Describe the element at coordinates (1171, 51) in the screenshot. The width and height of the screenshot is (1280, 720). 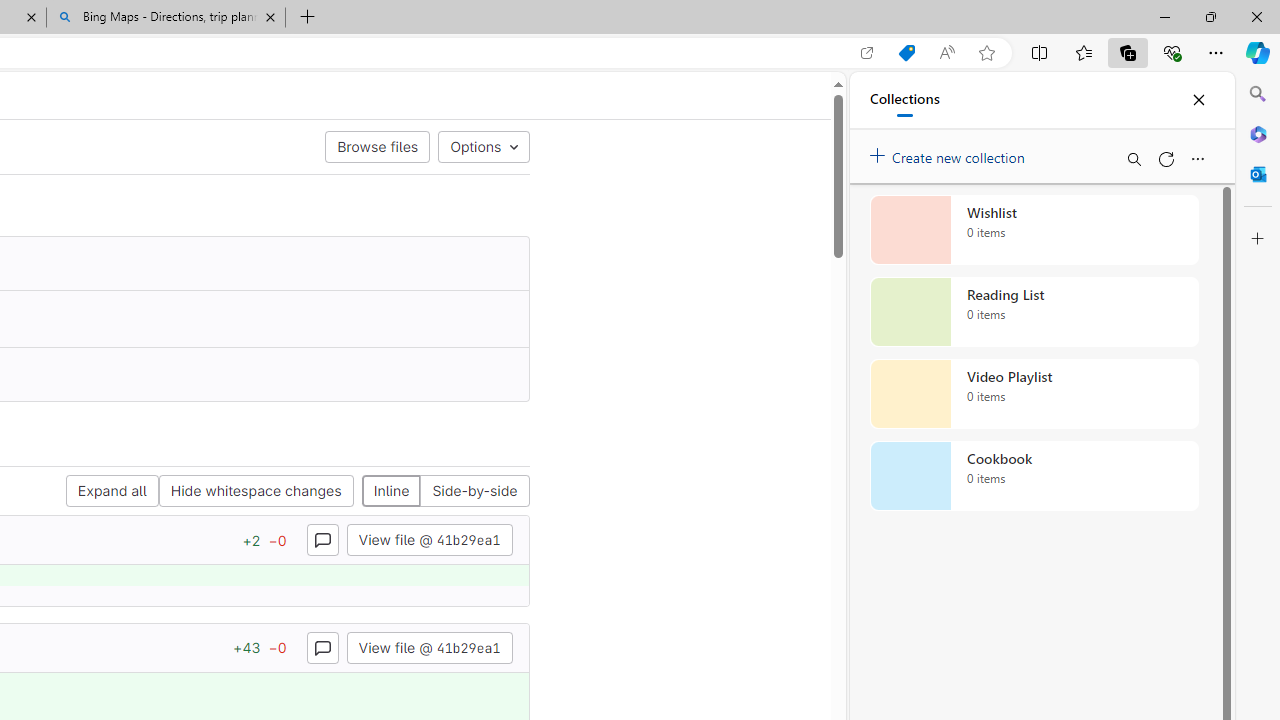
I see `'Browser essentials'` at that location.